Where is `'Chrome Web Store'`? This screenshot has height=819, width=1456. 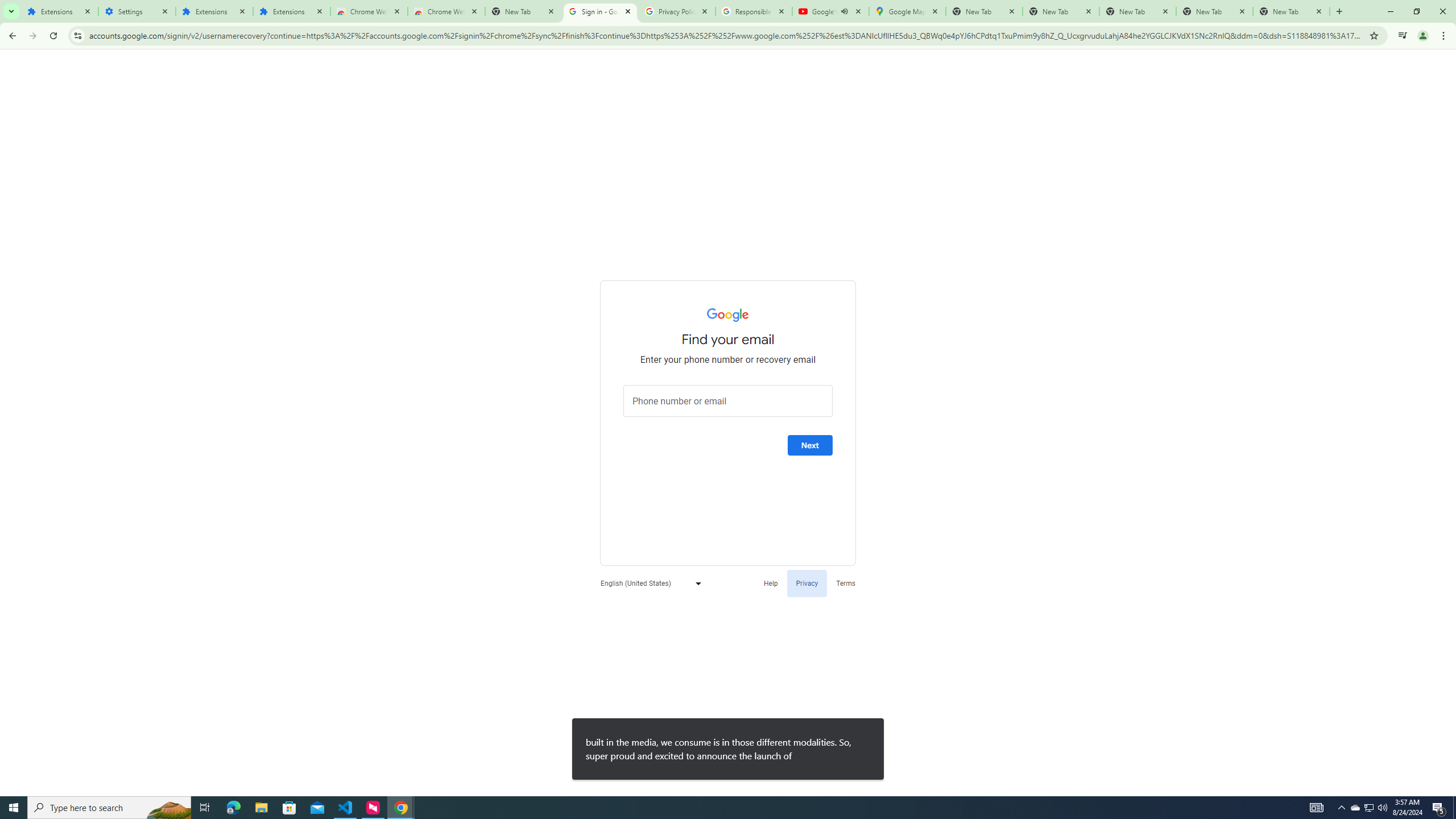
'Chrome Web Store' is located at coordinates (369, 11).